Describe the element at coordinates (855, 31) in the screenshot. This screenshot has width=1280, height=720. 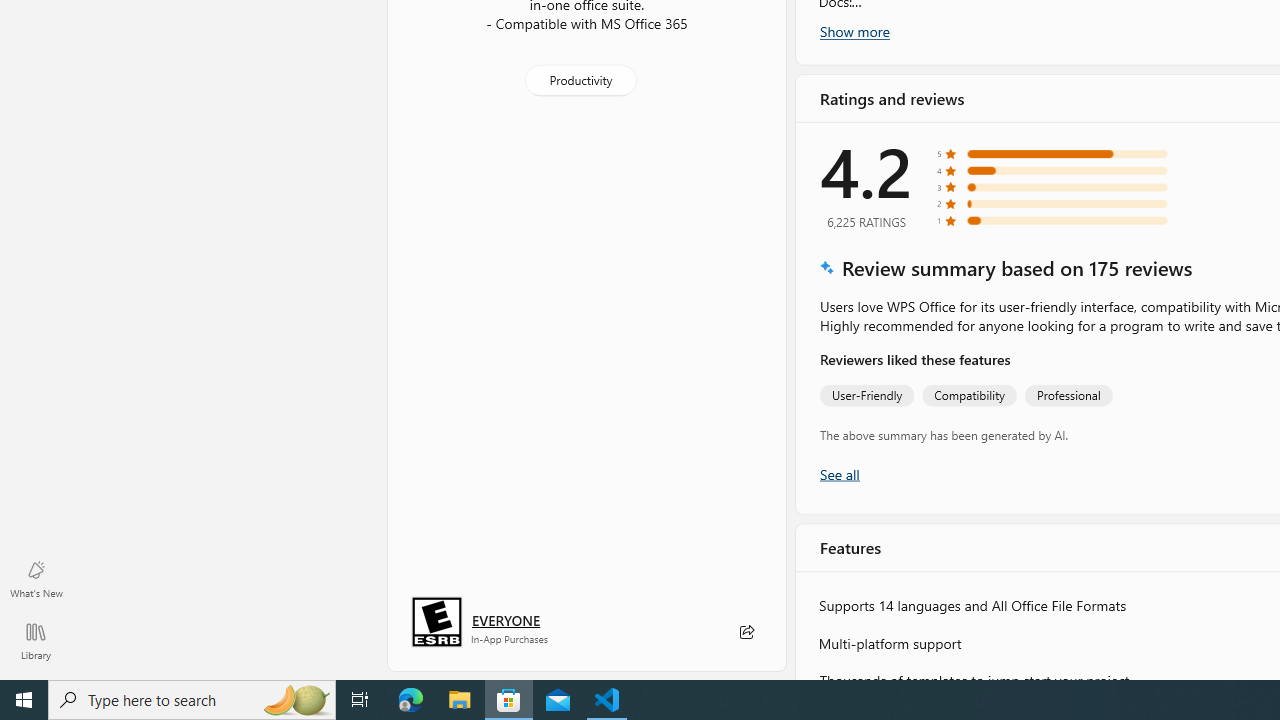
I see `'Show more'` at that location.